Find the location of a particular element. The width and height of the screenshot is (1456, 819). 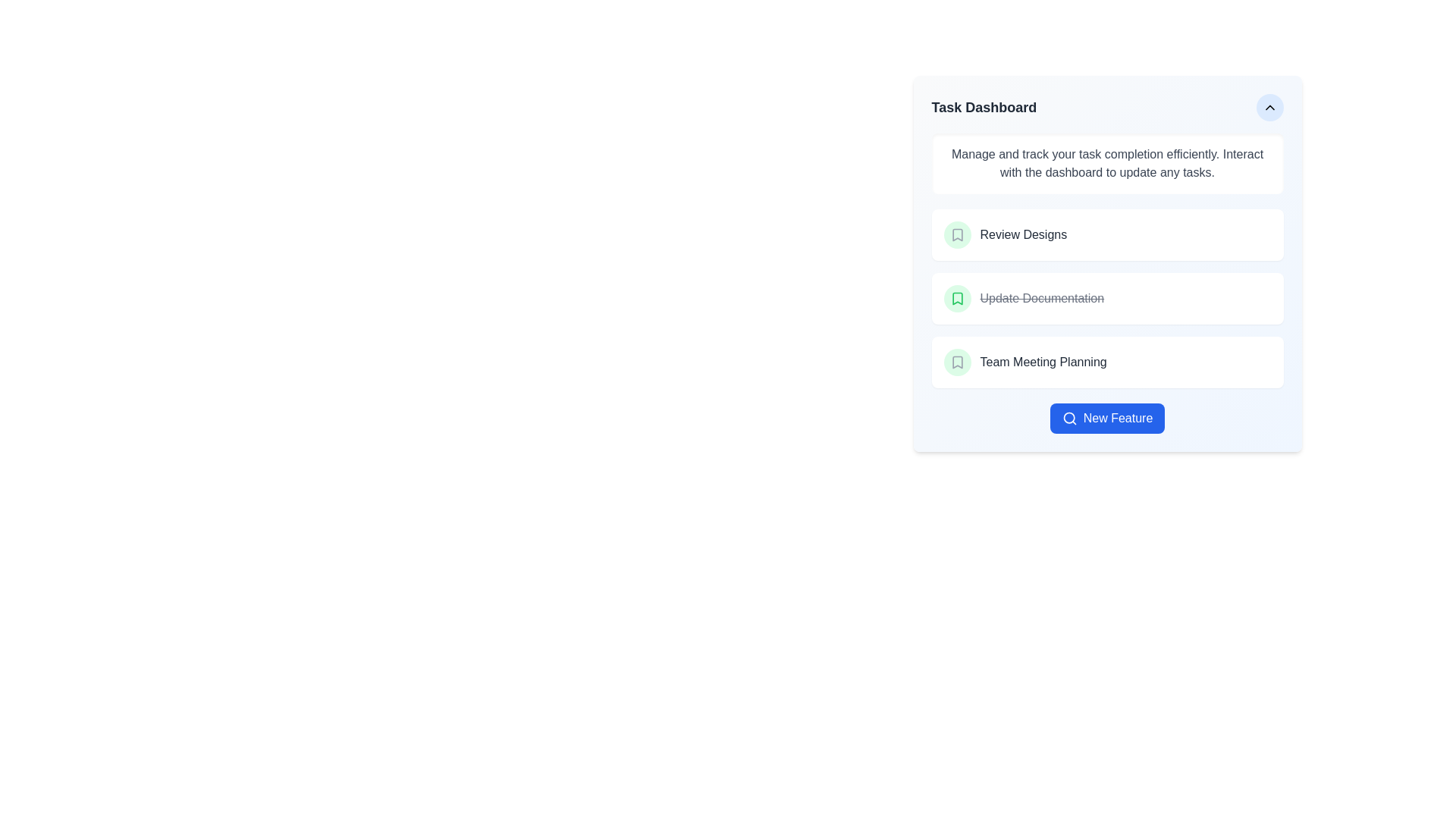

the static bookmark icon located in the third row of the 'Task Dashboard', corresponding to the 'Team Meeting Planning' entry is located at coordinates (956, 362).